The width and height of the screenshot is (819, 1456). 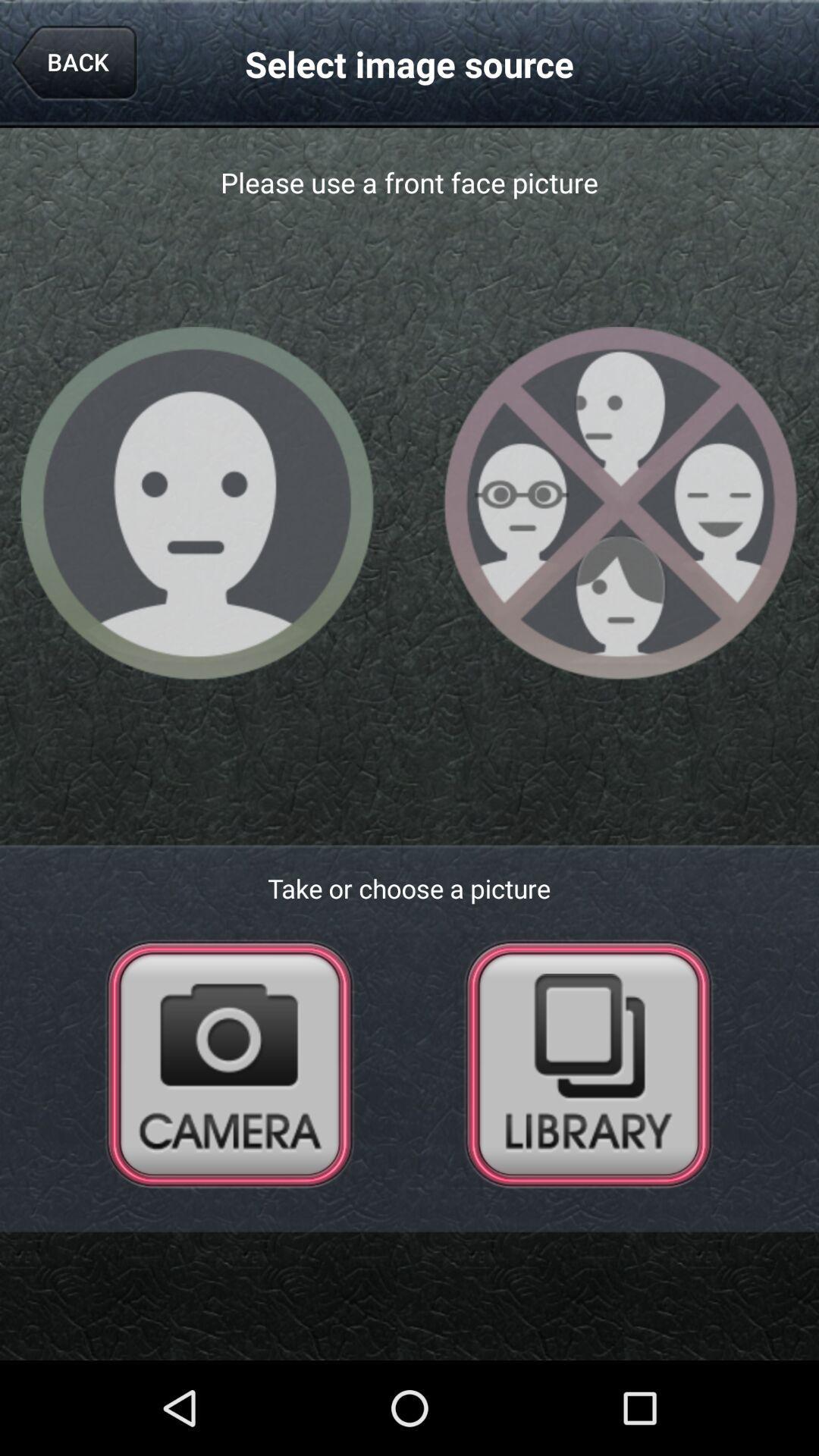 What do you see at coordinates (409, 1281) in the screenshot?
I see `icon at the bottom` at bounding box center [409, 1281].